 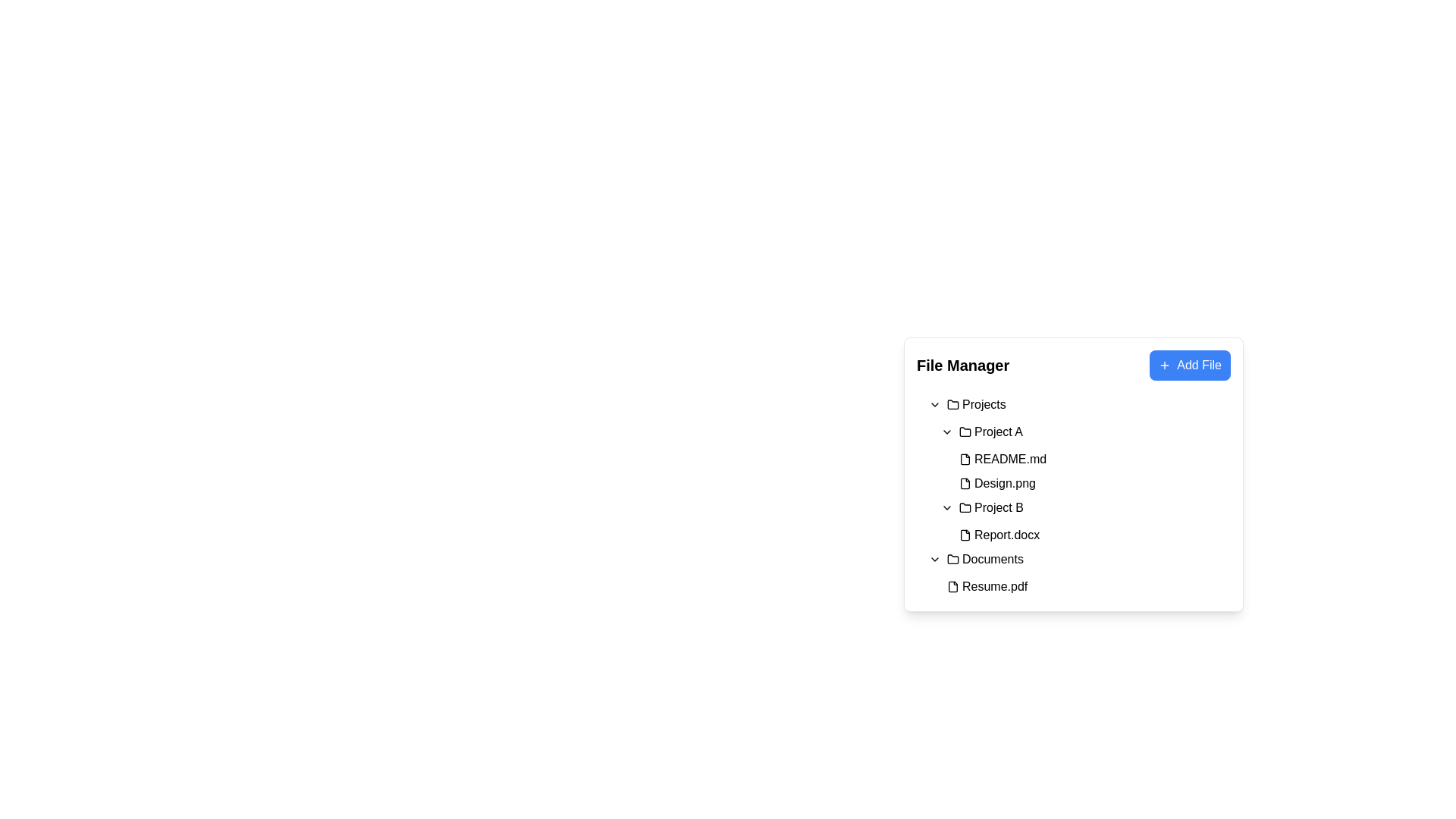 What do you see at coordinates (985, 559) in the screenshot?
I see `the 'Documents' folder entry, which is represented by a folder icon and the text label 'Documents'` at bounding box center [985, 559].